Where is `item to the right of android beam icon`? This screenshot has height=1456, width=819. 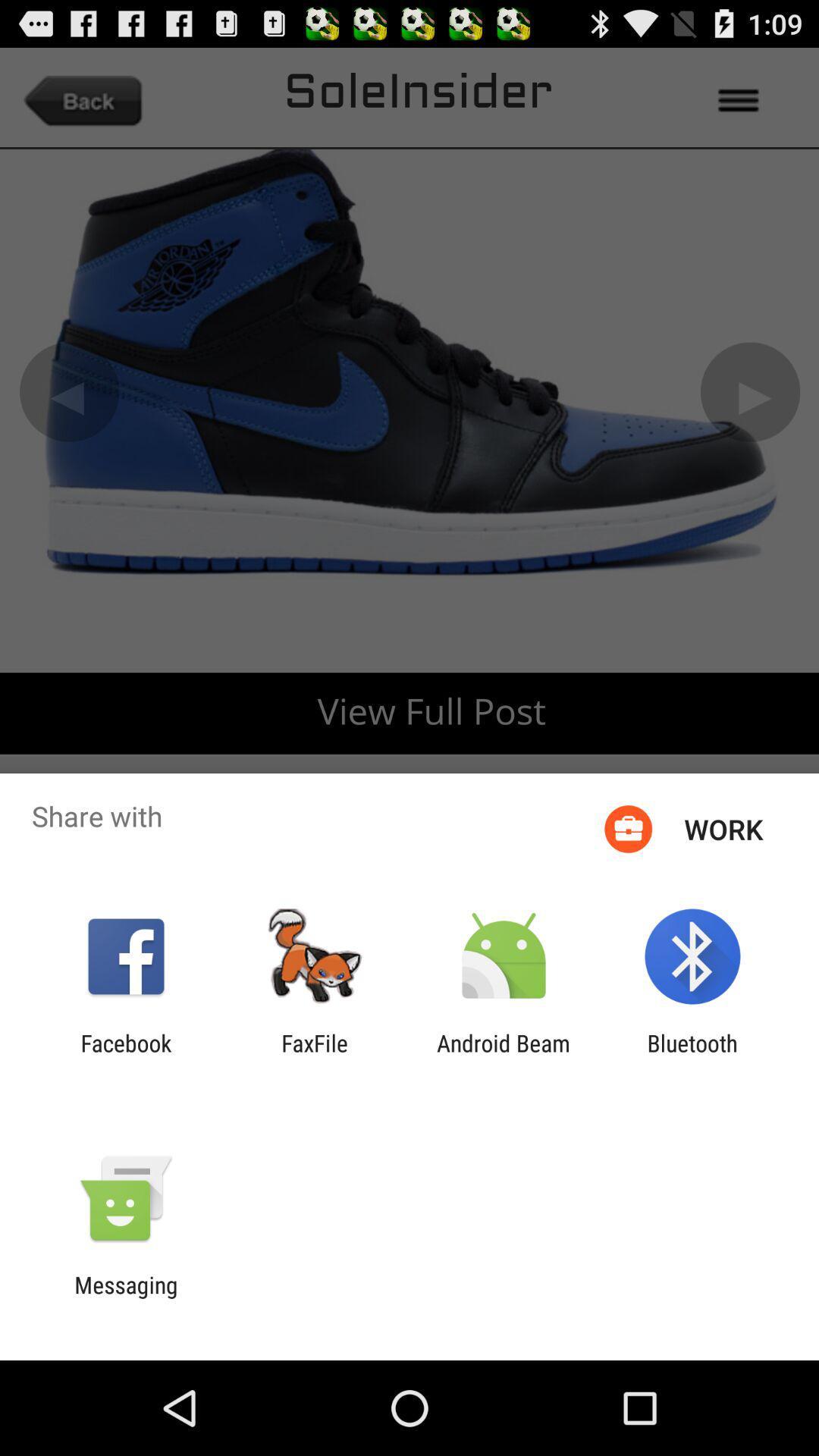
item to the right of android beam icon is located at coordinates (692, 1056).